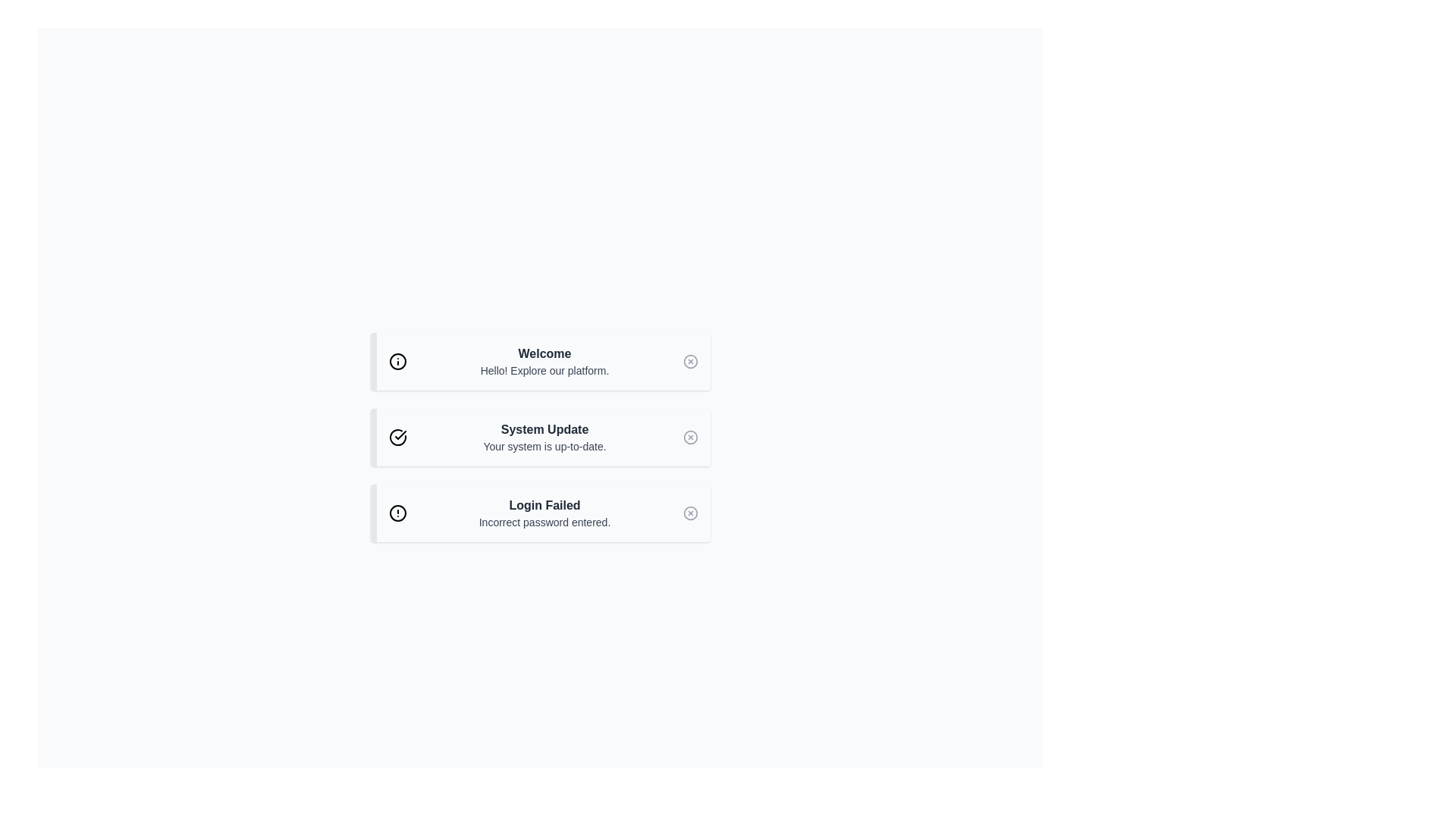 Image resolution: width=1456 pixels, height=819 pixels. What do you see at coordinates (397, 513) in the screenshot?
I see `the red circular warning icon with an exclamation glyph located in the 'Login Failed' section, to the immediate left of the text 'Login Failed Incorrect password entered.'` at bounding box center [397, 513].